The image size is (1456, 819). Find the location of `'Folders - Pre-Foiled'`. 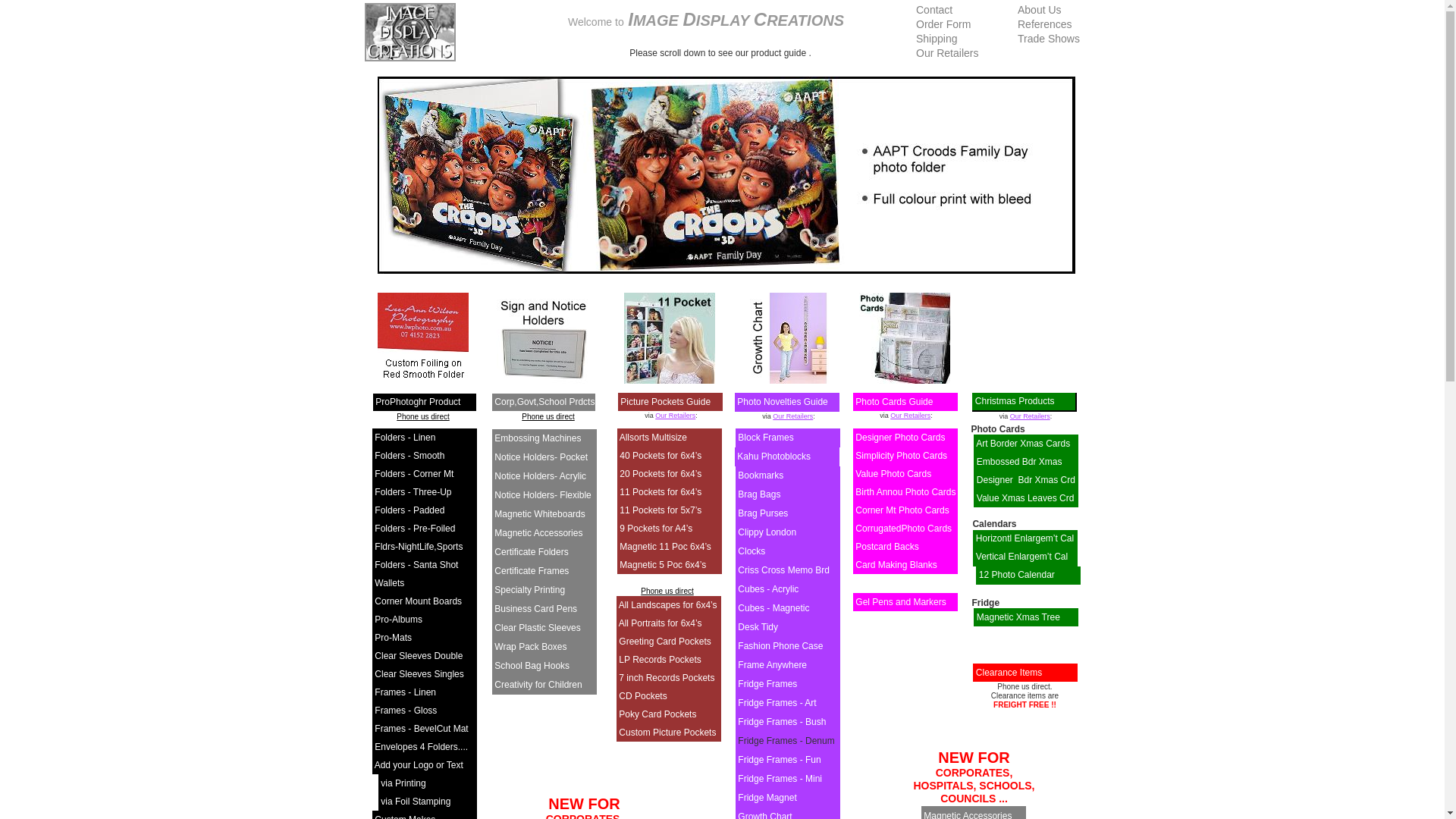

'Folders - Pre-Foiled' is located at coordinates (415, 528).